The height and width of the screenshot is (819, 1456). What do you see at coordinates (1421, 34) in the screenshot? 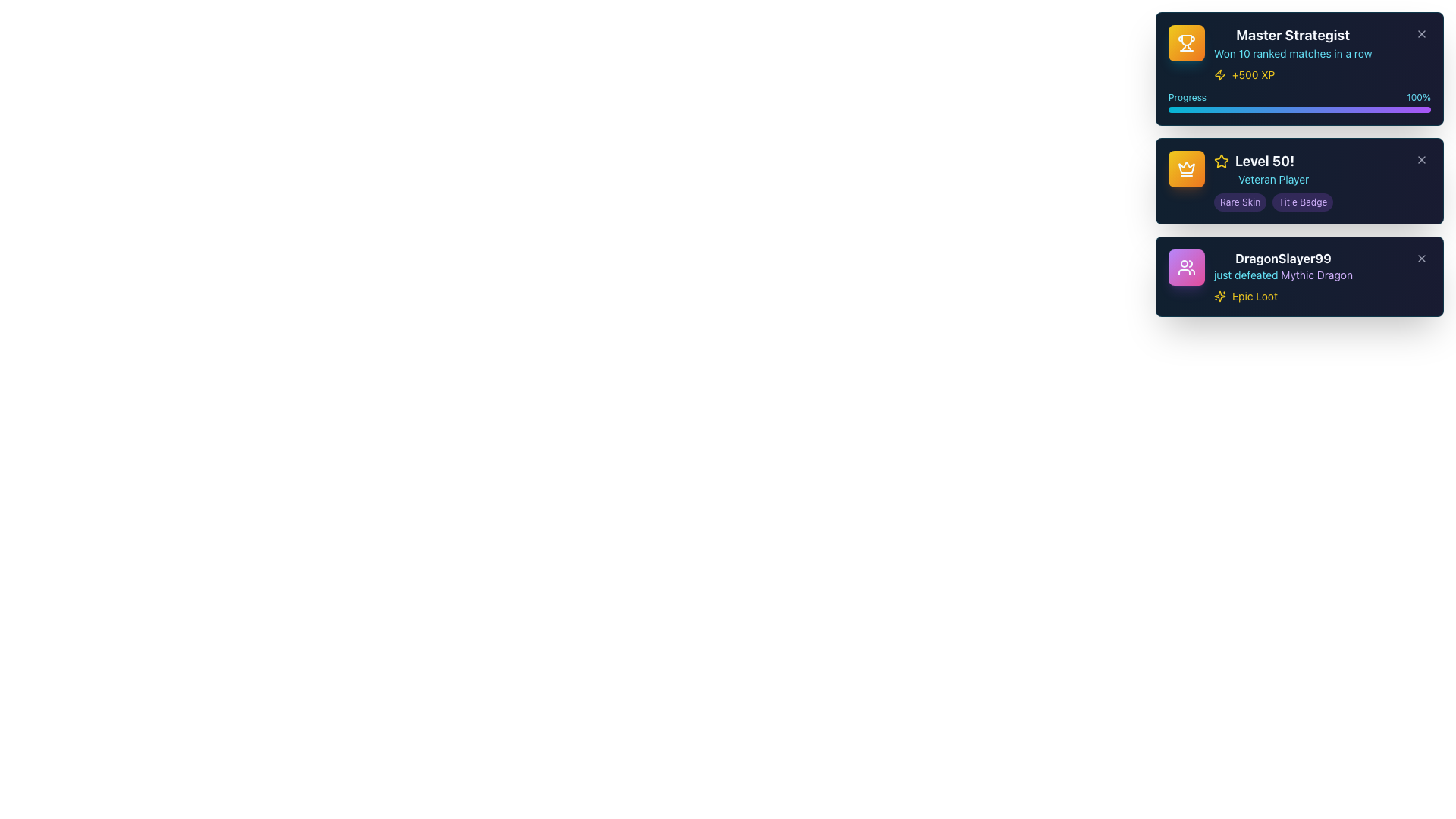
I see `the circular gray button with an 'X' icon located in the top-right corner of the 'Master Strategist' card` at bounding box center [1421, 34].